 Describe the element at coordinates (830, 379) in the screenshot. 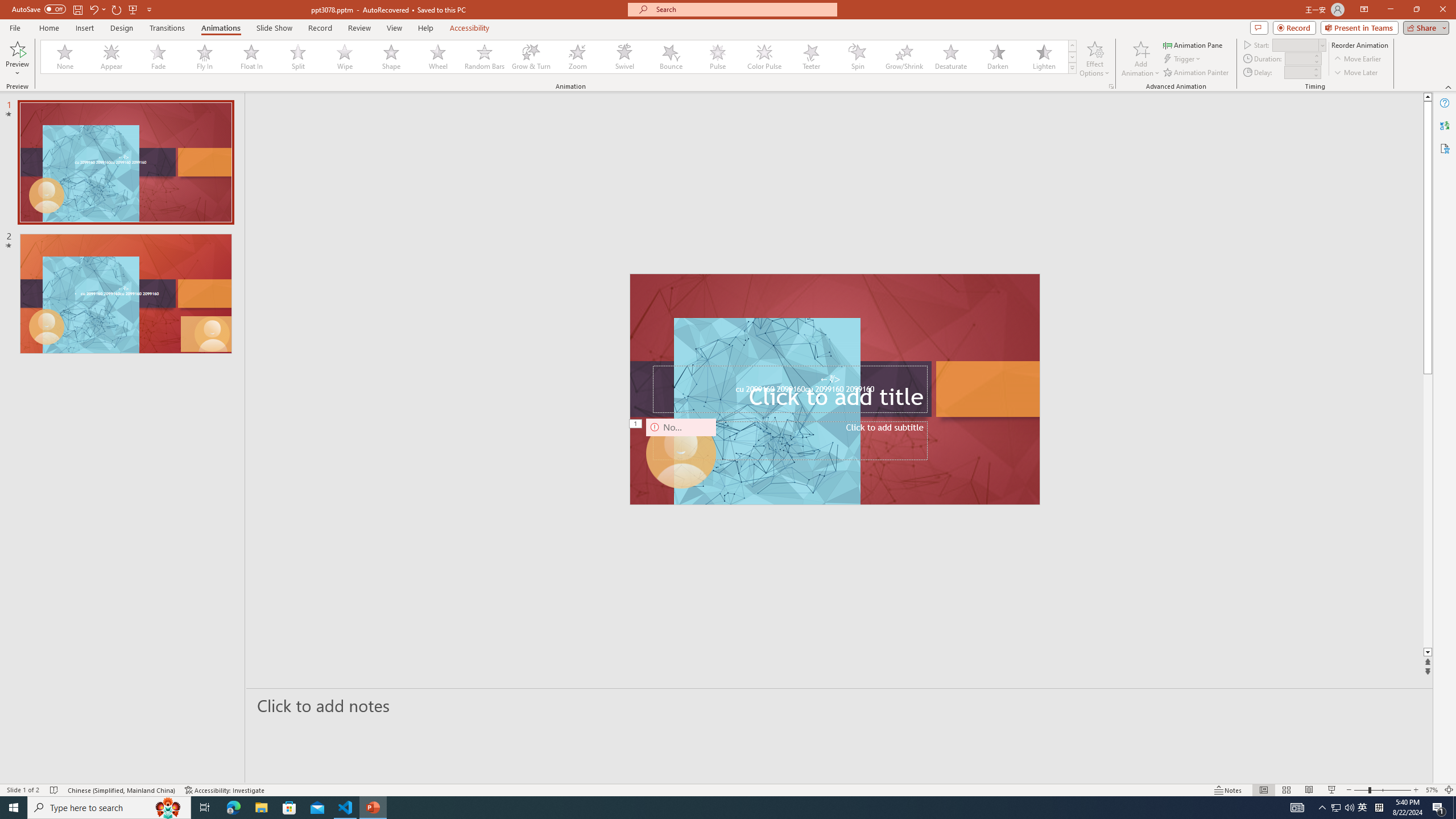

I see `'TextBox 7'` at that location.